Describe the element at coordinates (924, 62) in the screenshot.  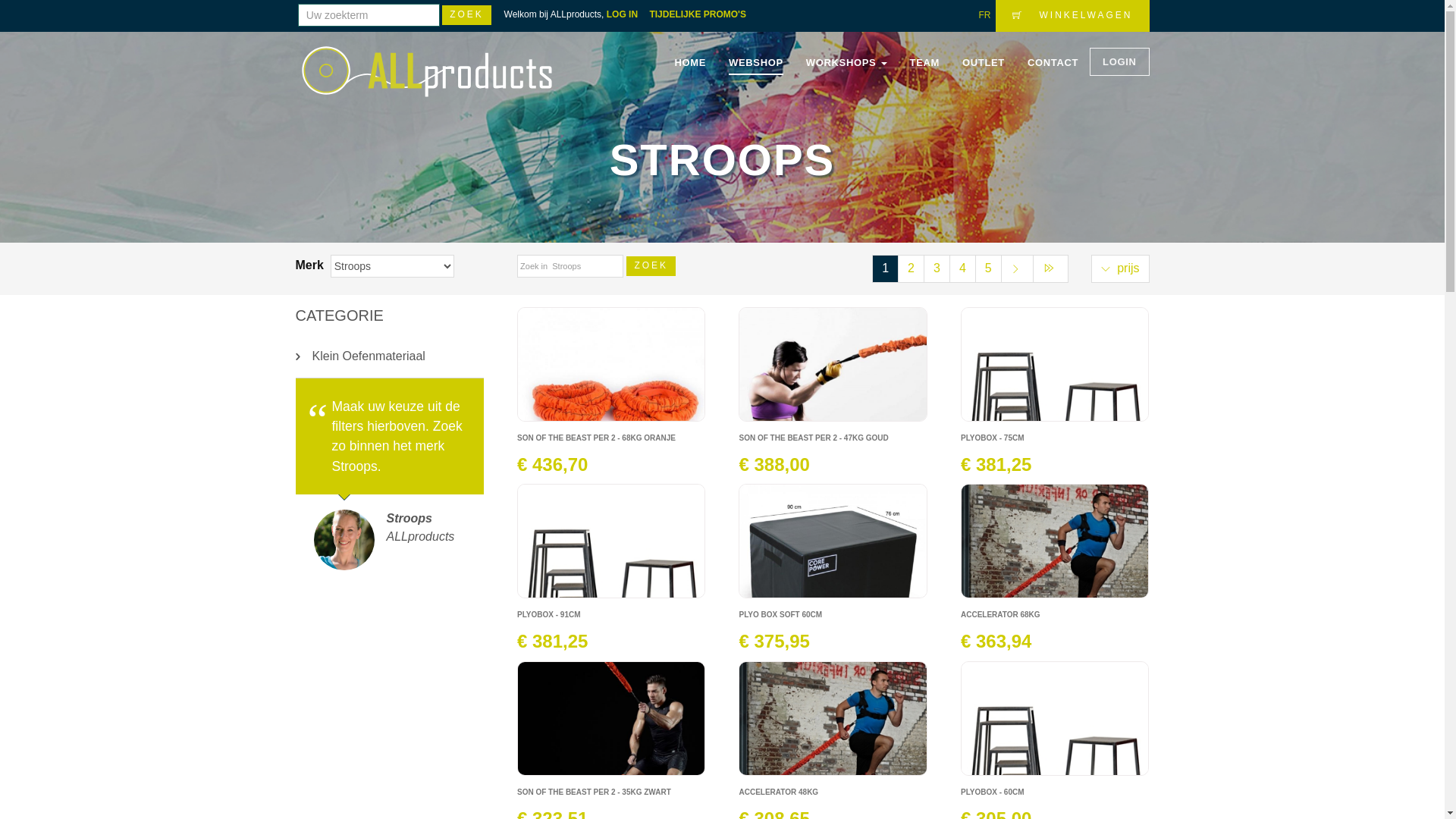
I see `'TEAM'` at that location.